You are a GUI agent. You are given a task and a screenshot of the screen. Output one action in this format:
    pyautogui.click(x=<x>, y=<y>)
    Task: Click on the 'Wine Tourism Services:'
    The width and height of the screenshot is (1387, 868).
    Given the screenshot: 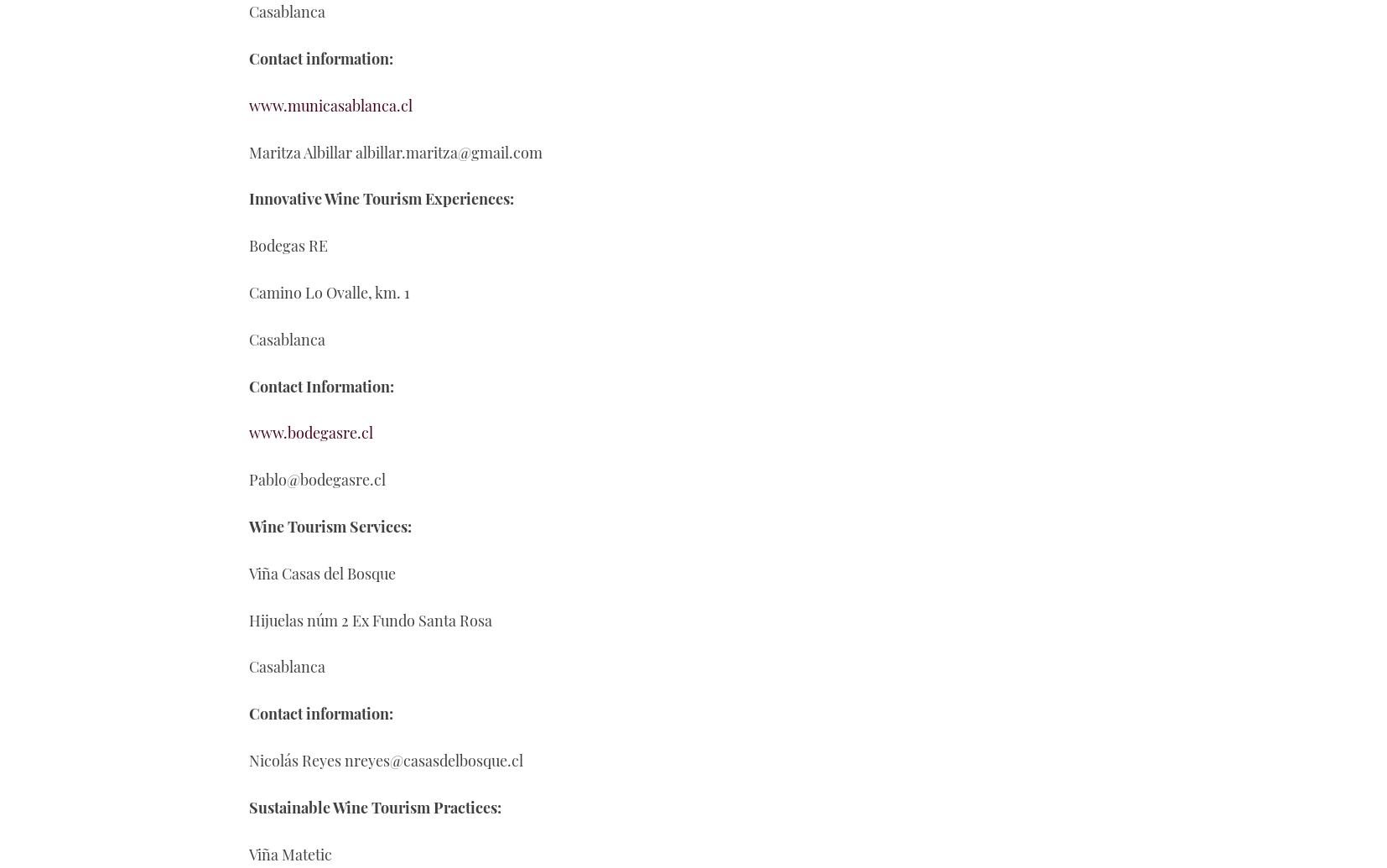 What is the action you would take?
    pyautogui.click(x=329, y=526)
    